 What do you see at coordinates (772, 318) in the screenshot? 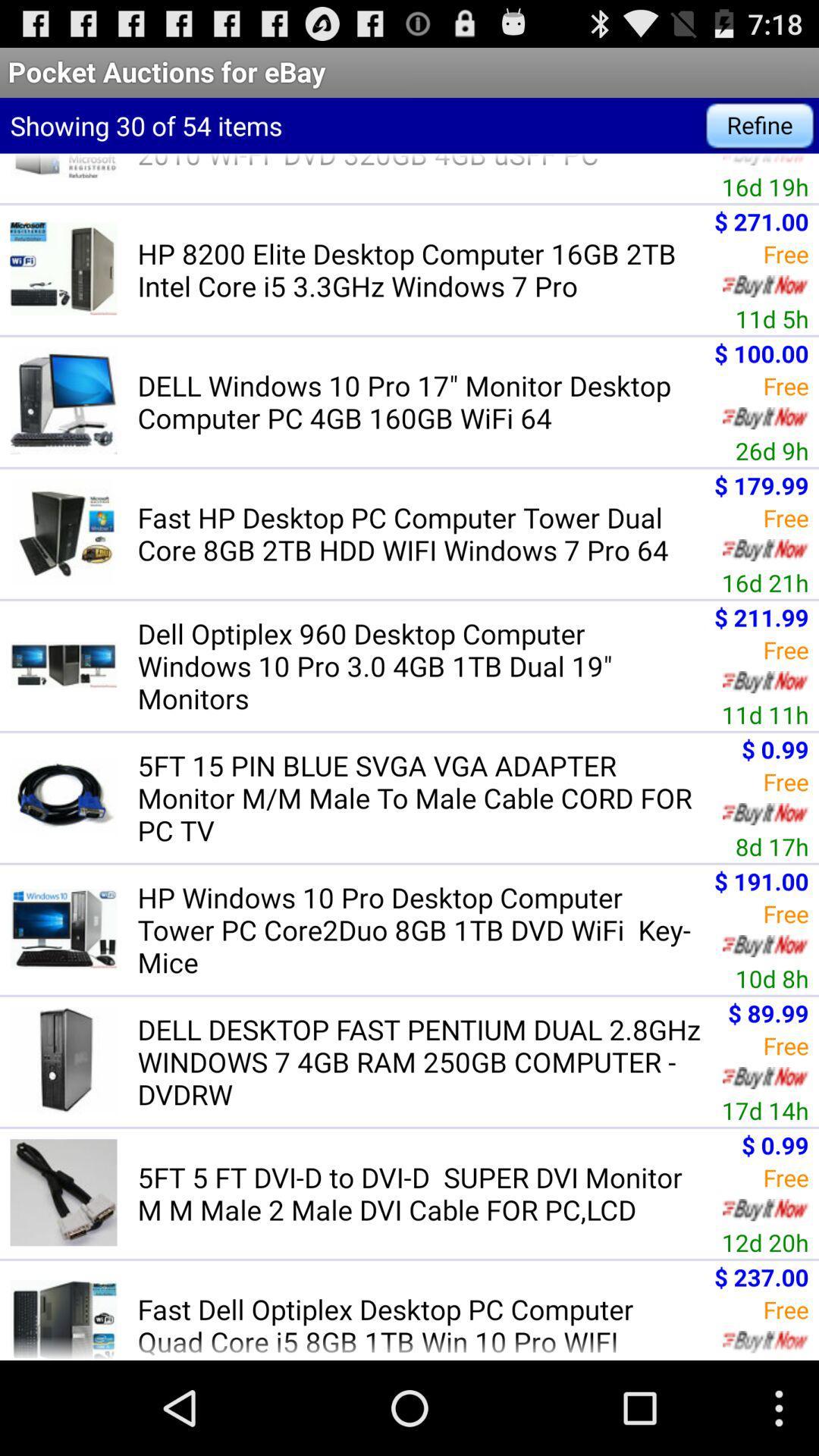
I see `the app above $ 100.00 icon` at bounding box center [772, 318].